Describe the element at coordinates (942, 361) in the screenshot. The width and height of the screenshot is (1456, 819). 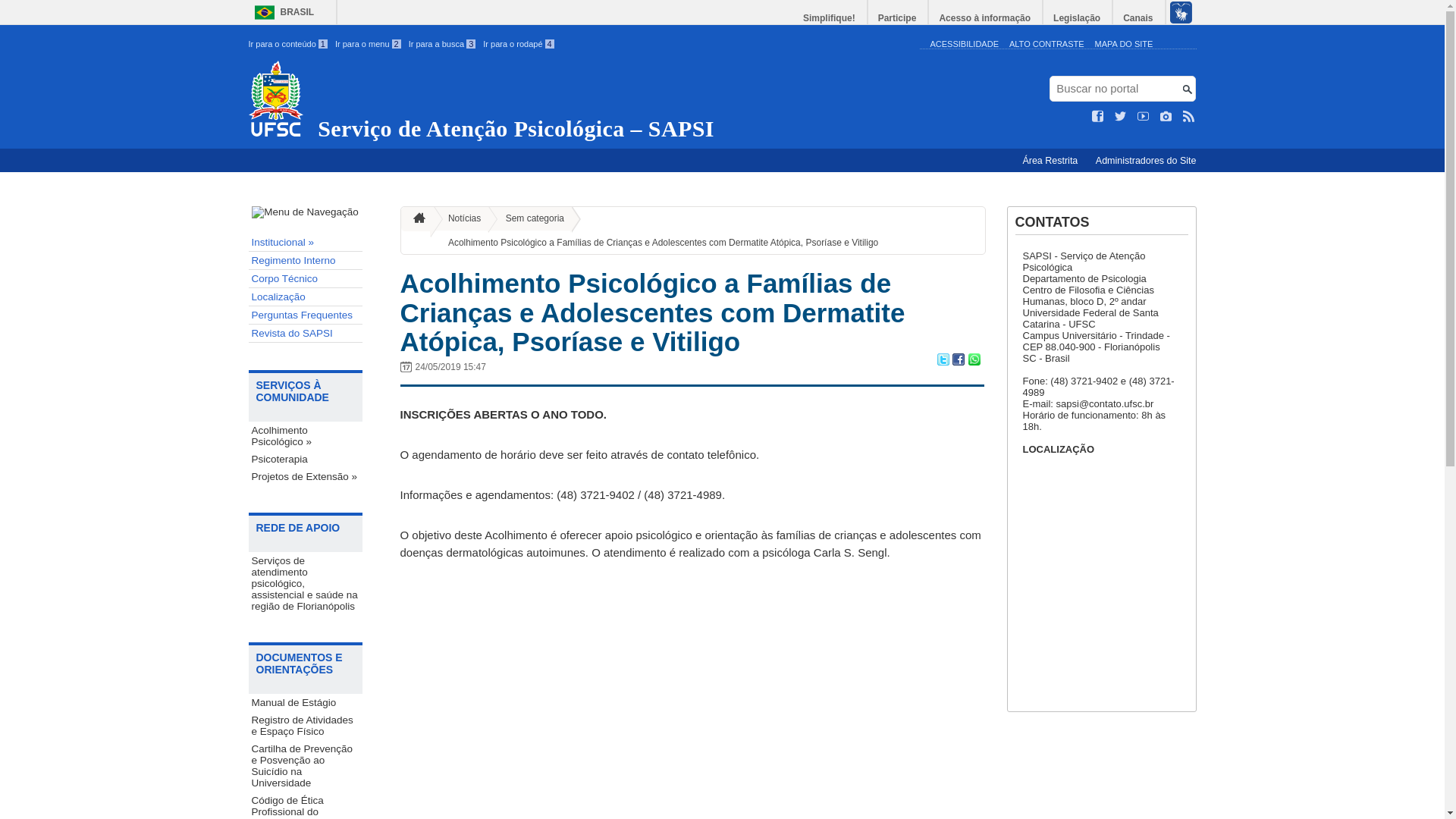
I see `'Compartilhar no Twitter'` at that location.